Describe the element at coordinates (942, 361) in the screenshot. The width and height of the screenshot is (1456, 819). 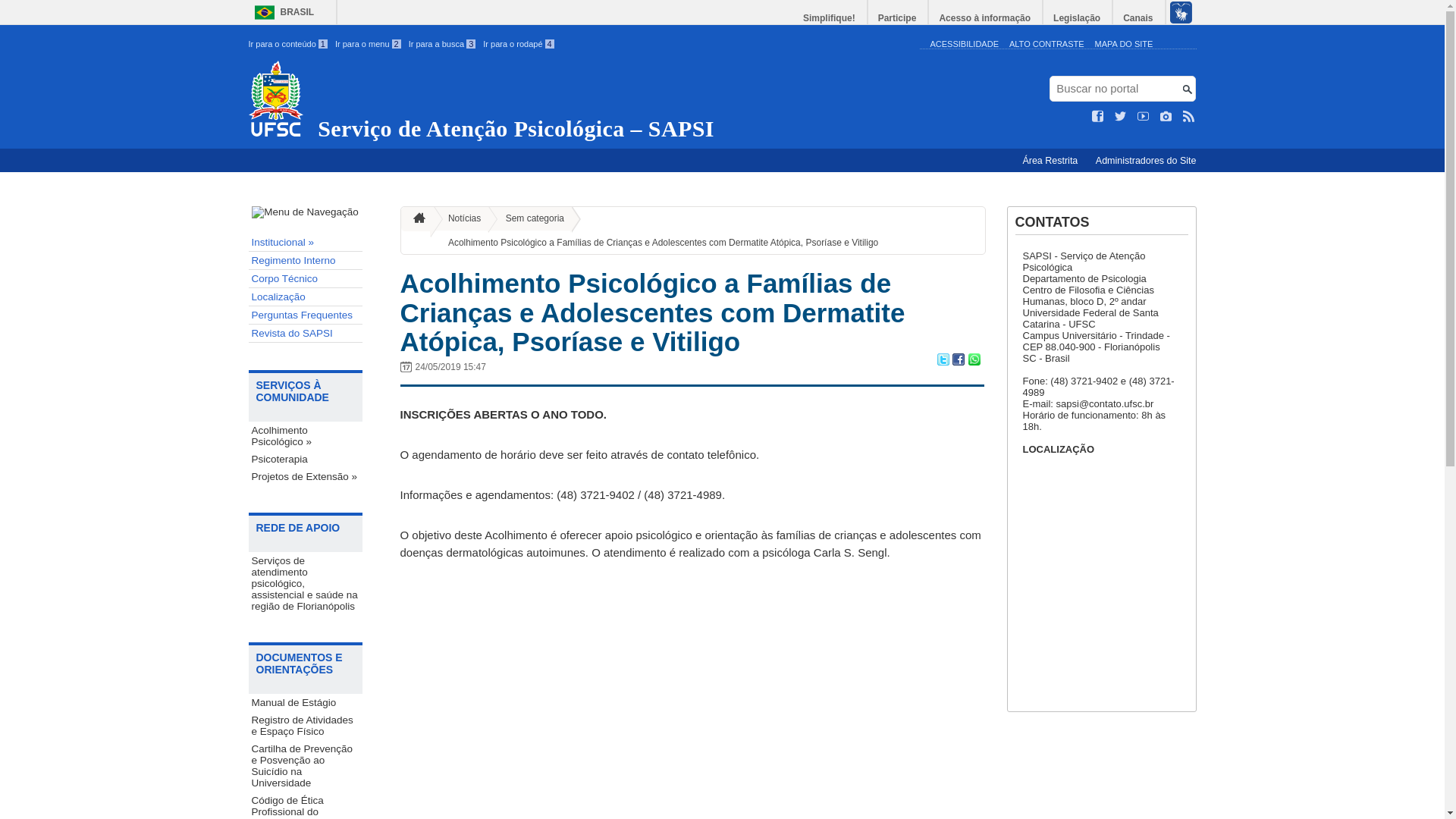
I see `'Compartilhar no Twitter'` at that location.